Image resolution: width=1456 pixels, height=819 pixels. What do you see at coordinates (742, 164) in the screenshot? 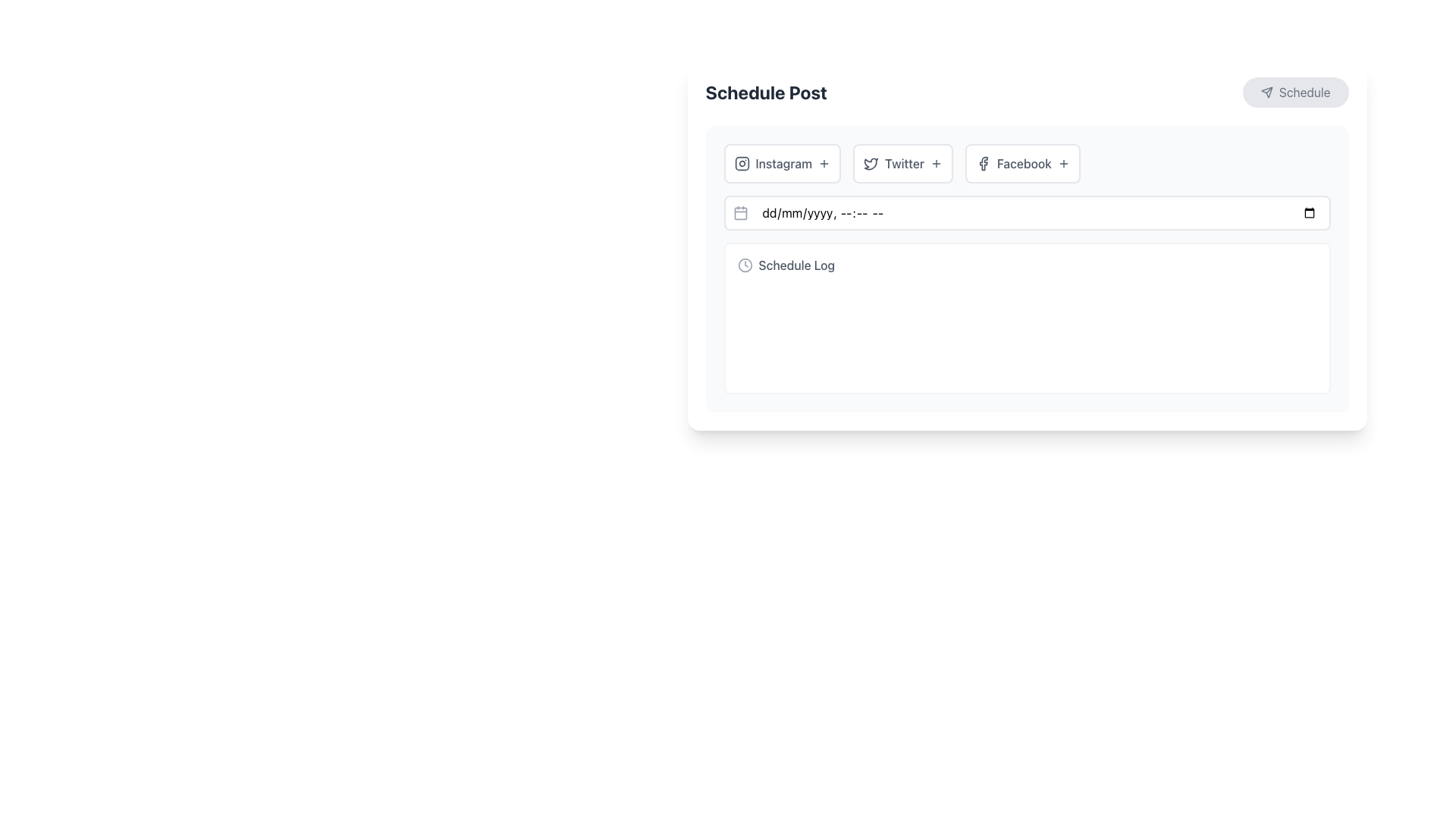
I see `the gray Instagram logo icon within the 'Schedule Post' interface, located at the top-left section preceding the 'Instagram' text` at bounding box center [742, 164].